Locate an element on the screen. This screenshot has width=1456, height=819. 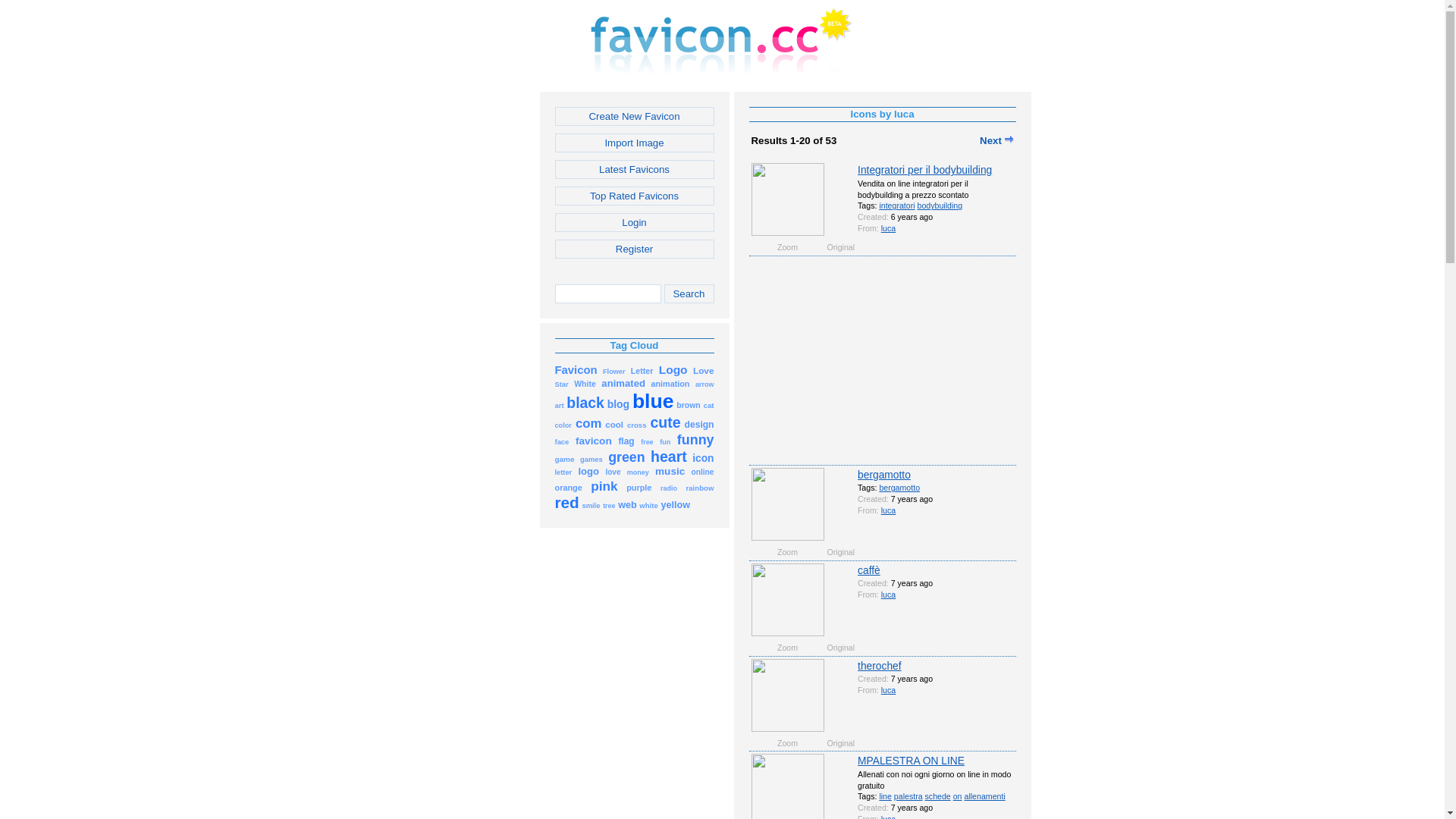
'Logo' is located at coordinates (673, 370).